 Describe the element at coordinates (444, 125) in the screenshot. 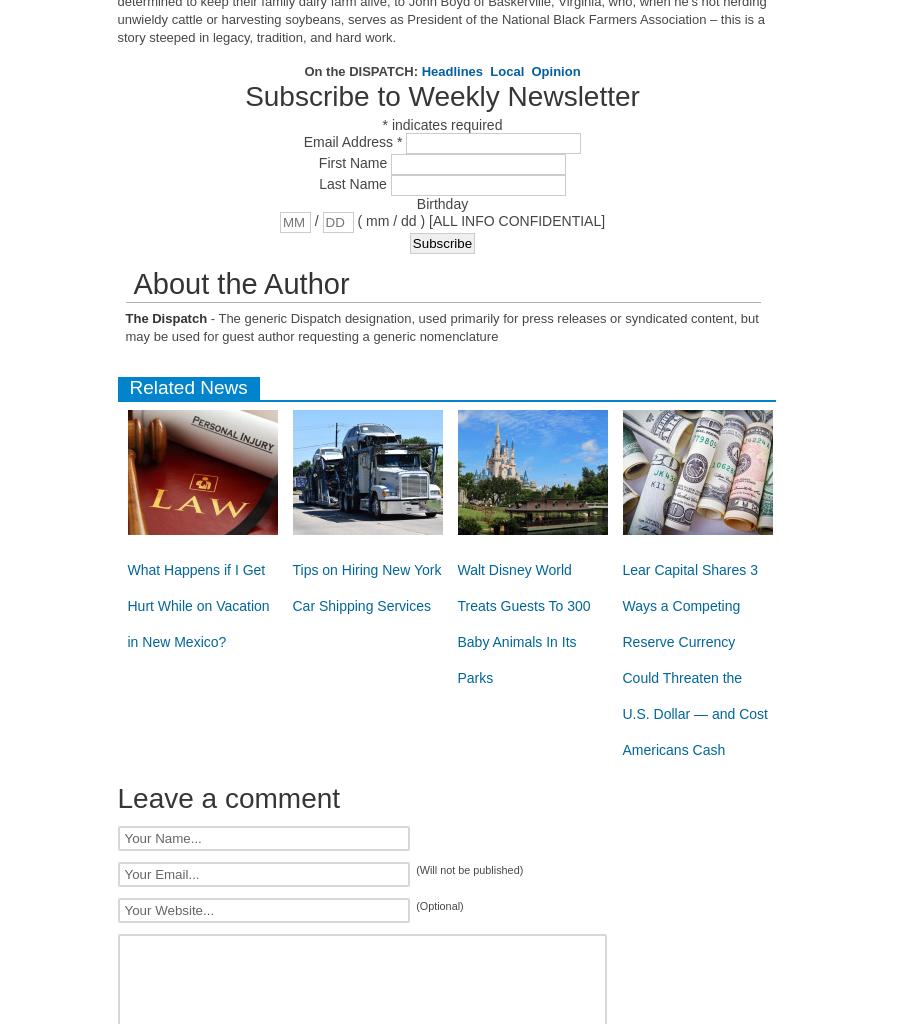

I see `'indicates required'` at that location.